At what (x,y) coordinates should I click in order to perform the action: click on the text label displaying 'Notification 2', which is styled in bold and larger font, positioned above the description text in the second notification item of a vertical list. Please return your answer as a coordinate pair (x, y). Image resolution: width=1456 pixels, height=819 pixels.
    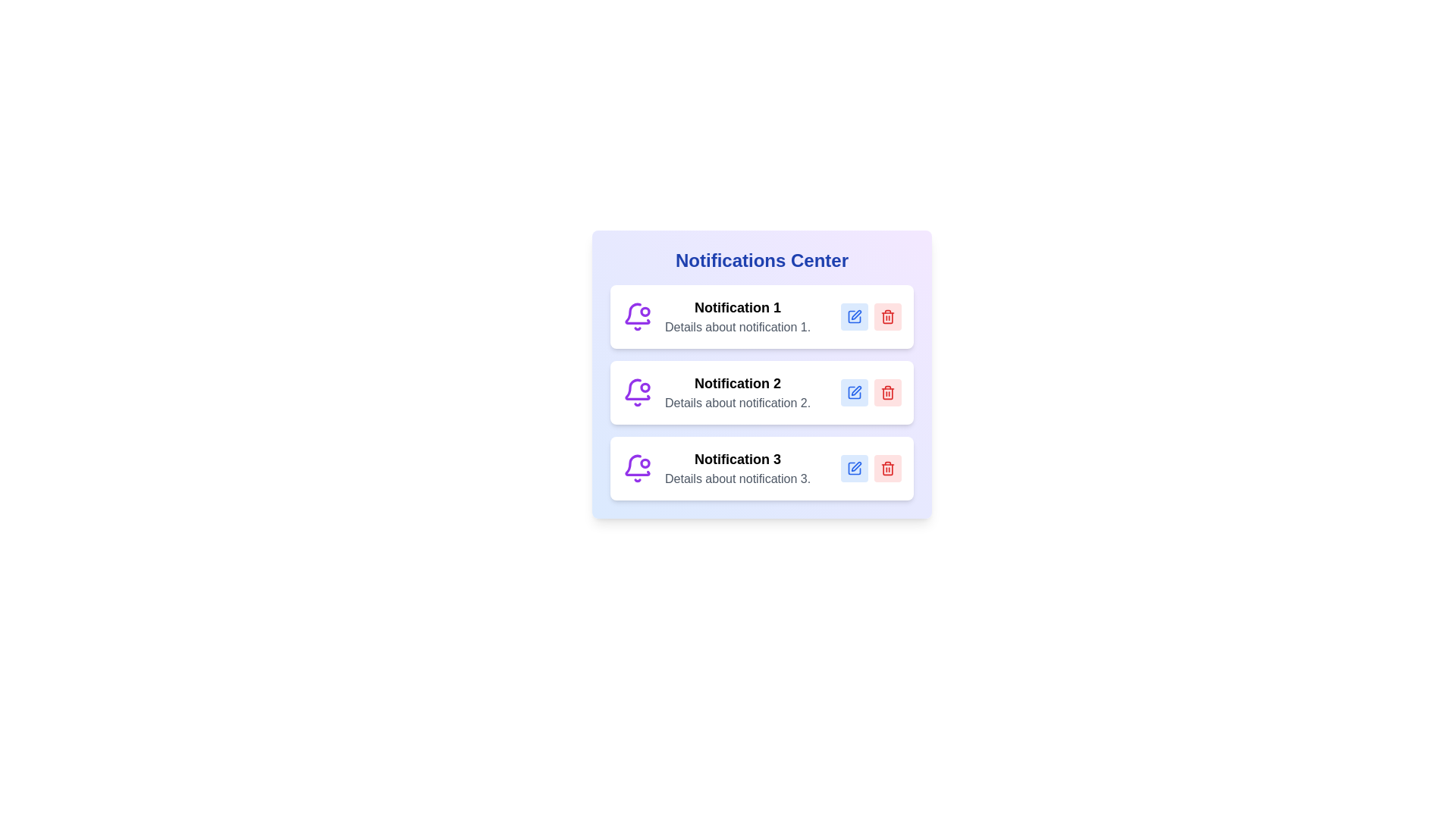
    Looking at the image, I should click on (738, 382).